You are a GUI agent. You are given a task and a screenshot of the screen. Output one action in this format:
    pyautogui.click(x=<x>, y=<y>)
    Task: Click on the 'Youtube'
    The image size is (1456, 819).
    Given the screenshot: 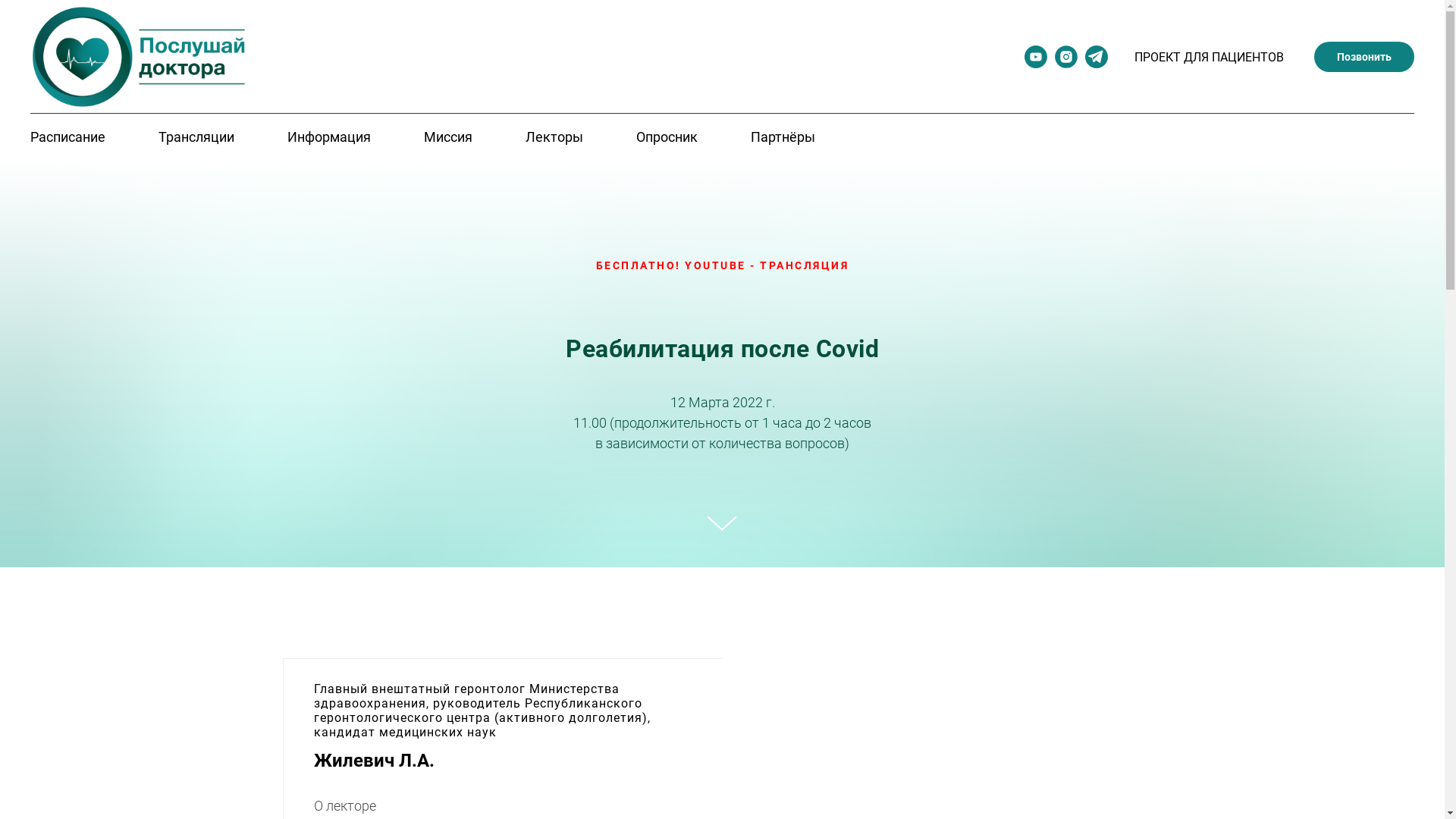 What is the action you would take?
    pyautogui.click(x=1024, y=63)
    